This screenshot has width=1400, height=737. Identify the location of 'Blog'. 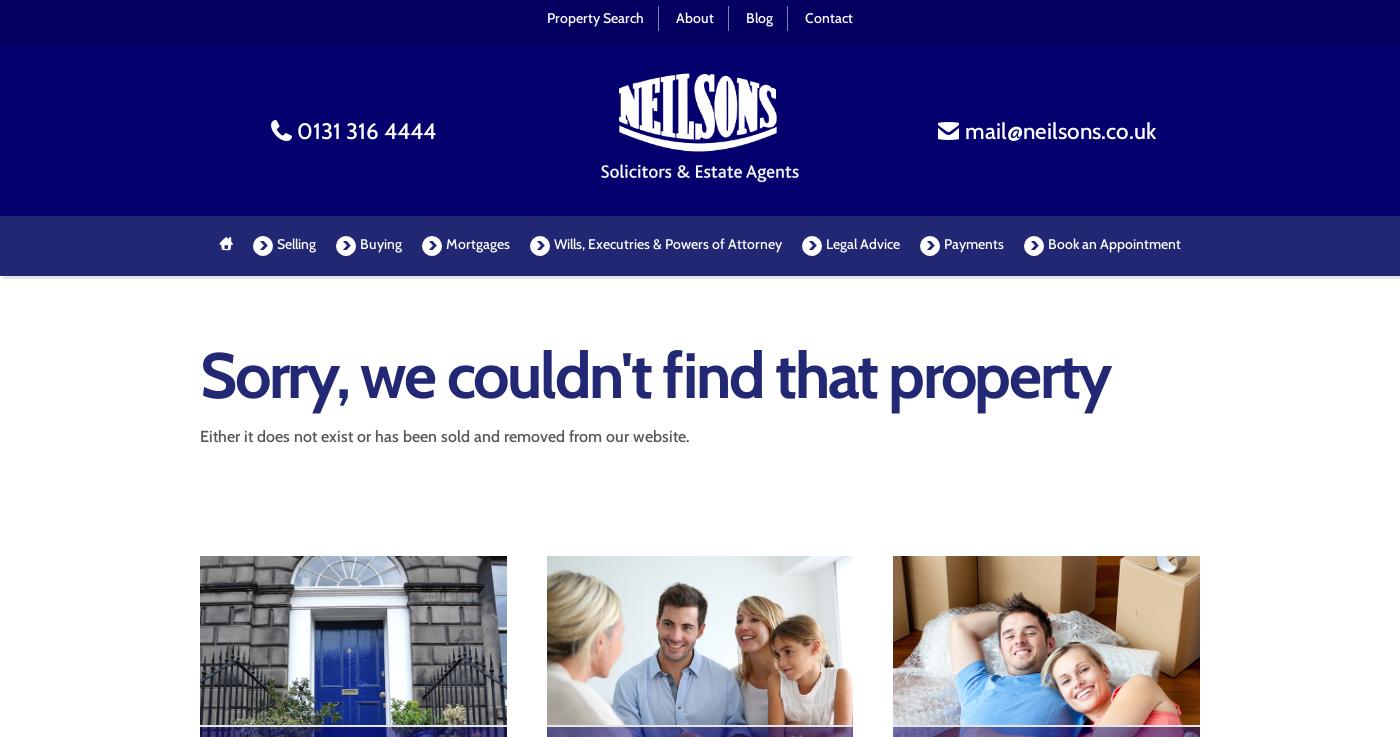
(759, 16).